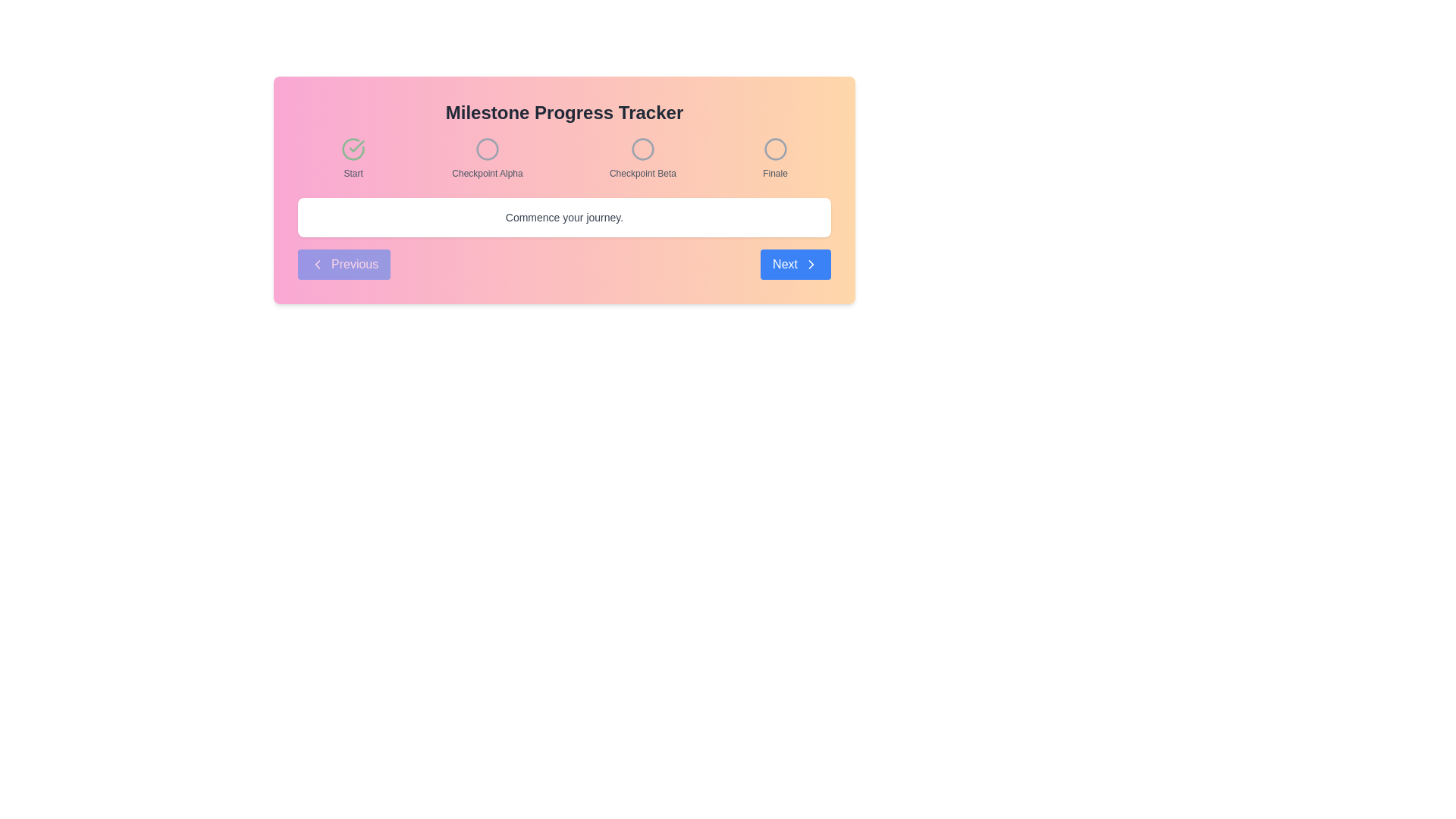  I want to click on the circular Progress tracker milestone icon labeled 'Checkpoint Alpha' in the 'Milestone Progress Tracker' layout, positioned centrally beneath the text 'Milestone Progress Tracker', so click(488, 149).